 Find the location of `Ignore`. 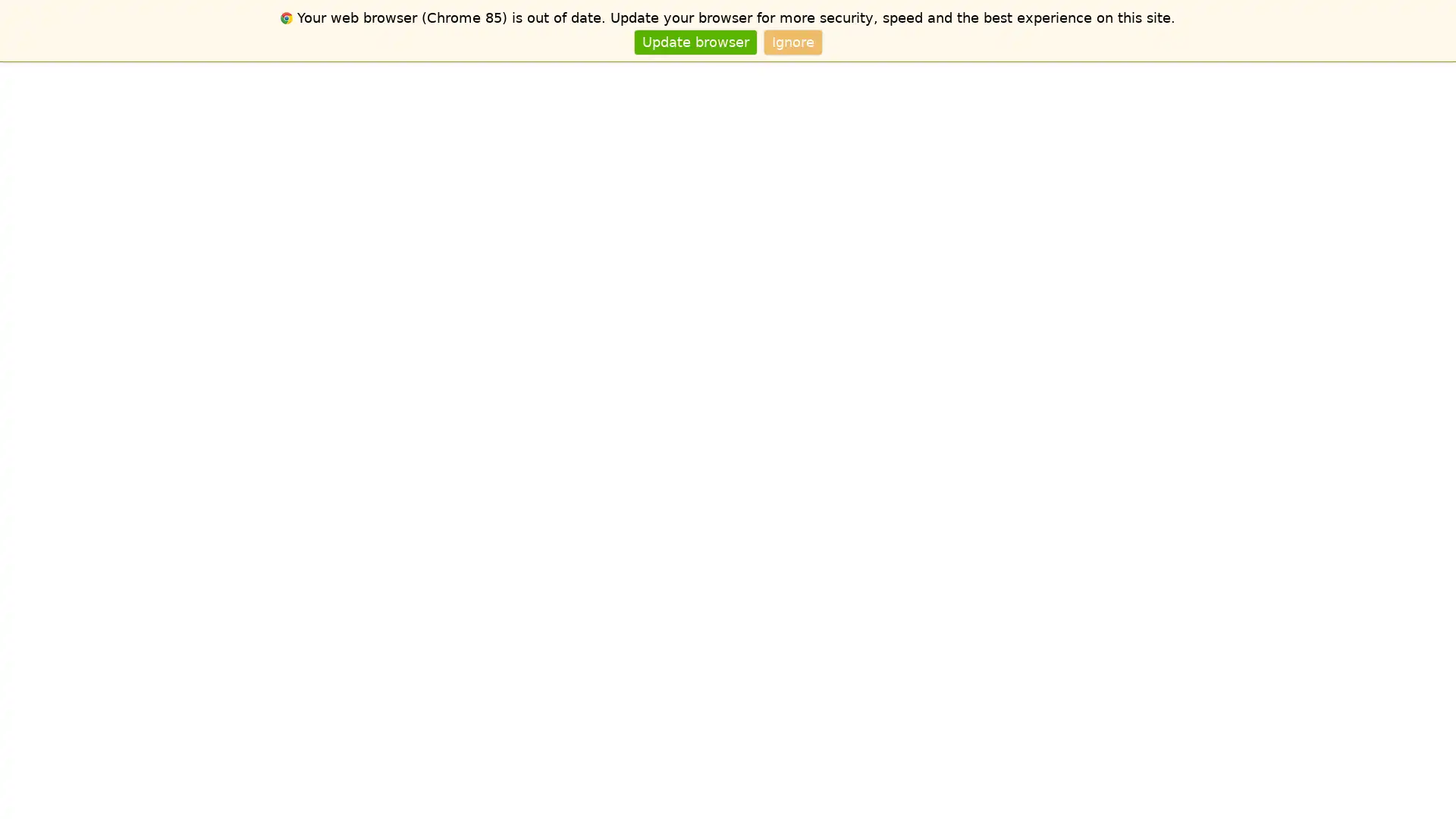

Ignore is located at coordinates (792, 41).